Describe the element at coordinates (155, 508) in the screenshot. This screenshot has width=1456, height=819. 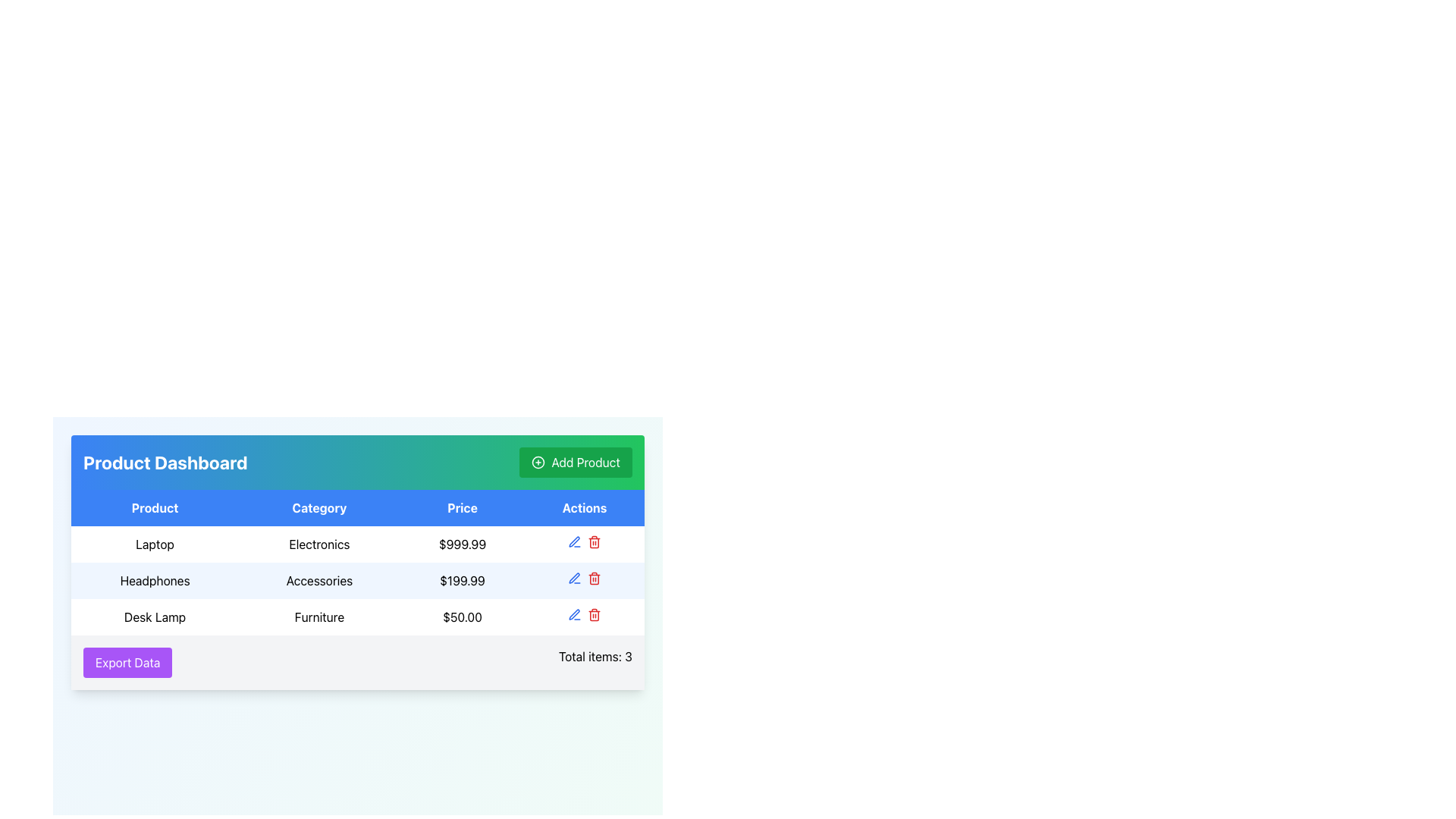
I see `the first column header of the table that indicates product data, located to the left of 'Category'` at that location.